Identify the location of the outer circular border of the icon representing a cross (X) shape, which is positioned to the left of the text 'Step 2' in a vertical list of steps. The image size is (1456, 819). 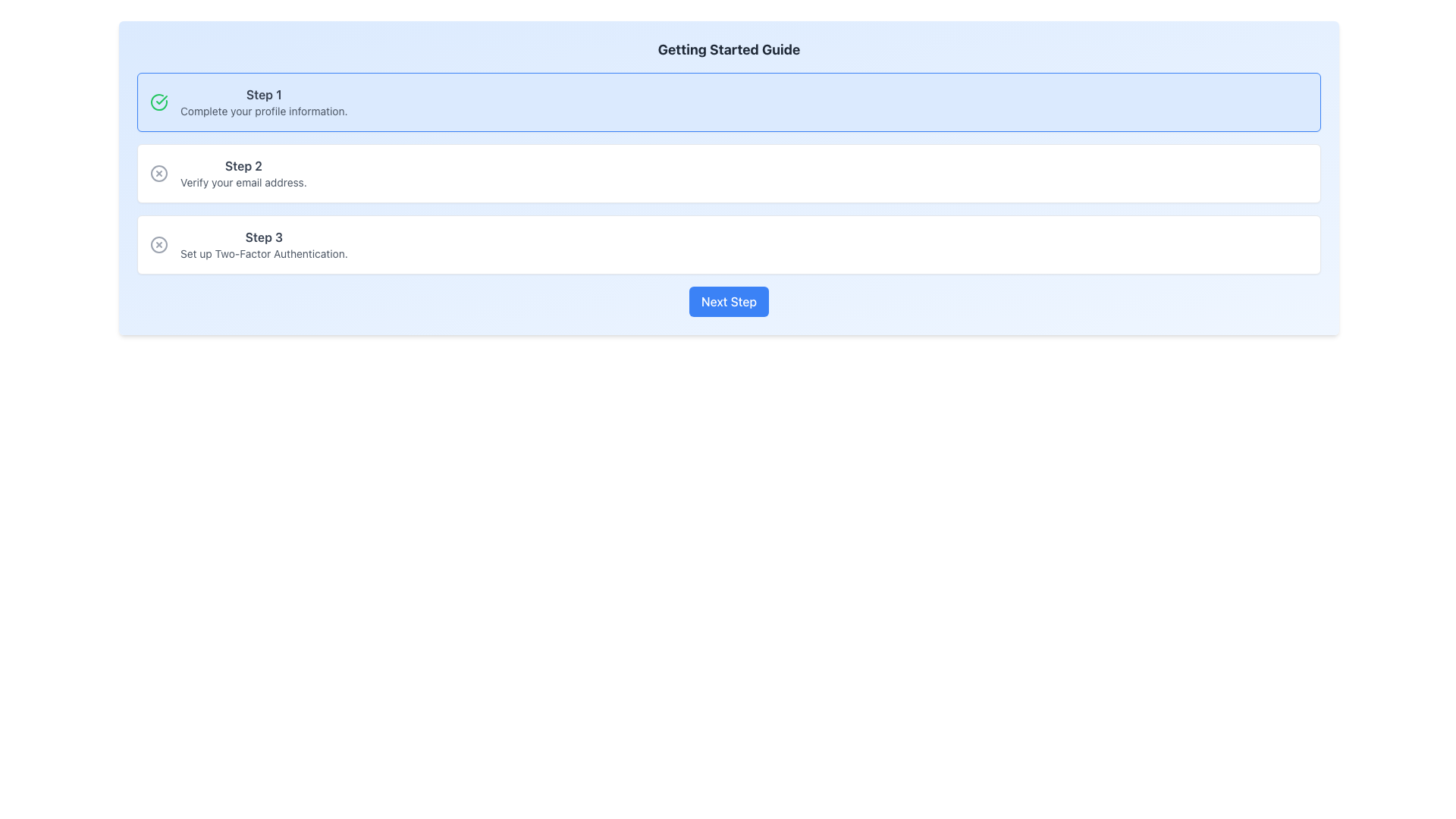
(159, 172).